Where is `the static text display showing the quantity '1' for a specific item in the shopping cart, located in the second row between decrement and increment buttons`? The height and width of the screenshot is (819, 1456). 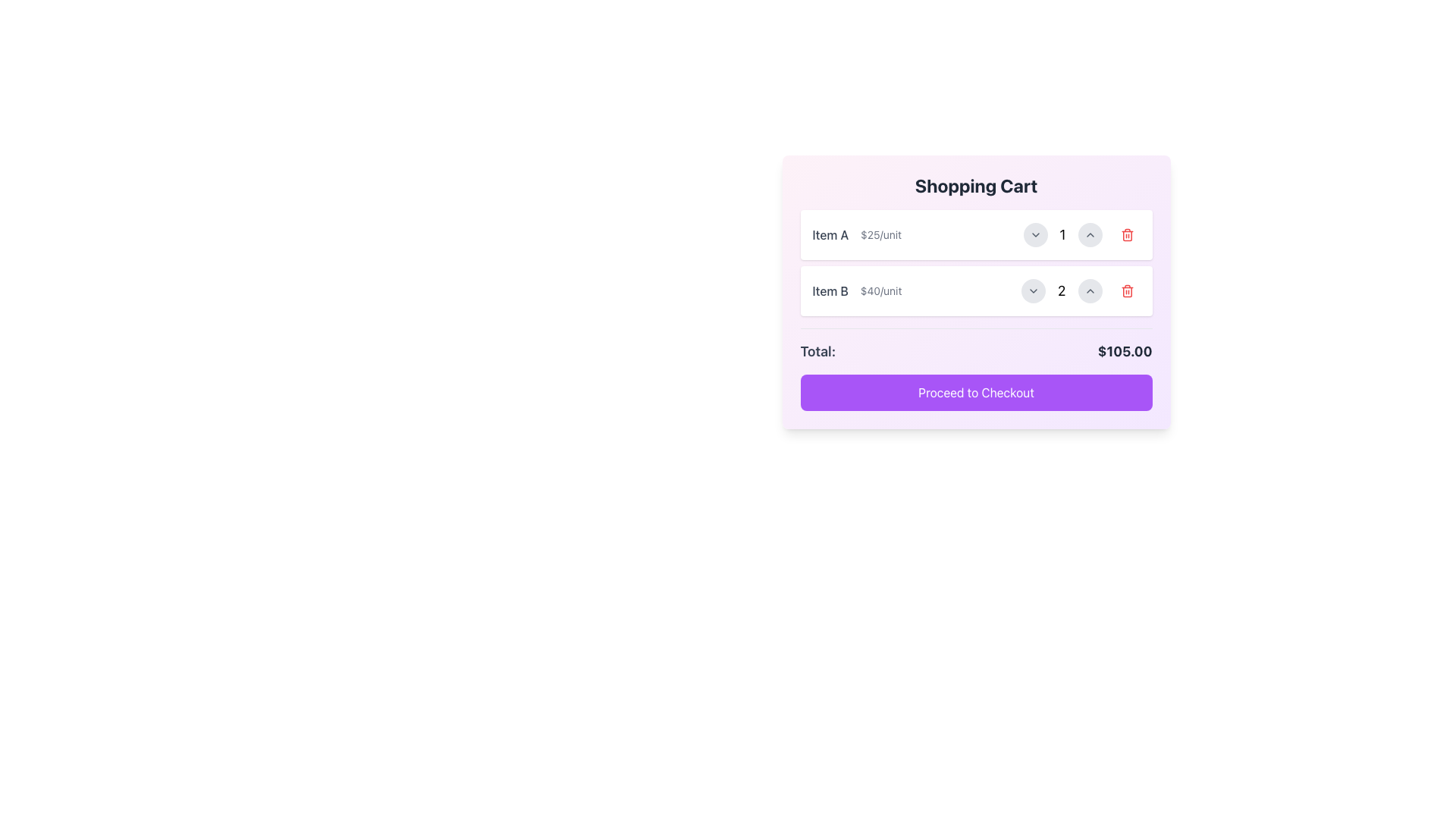
the static text display showing the quantity '1' for a specific item in the shopping cart, located in the second row between decrement and increment buttons is located at coordinates (1062, 234).